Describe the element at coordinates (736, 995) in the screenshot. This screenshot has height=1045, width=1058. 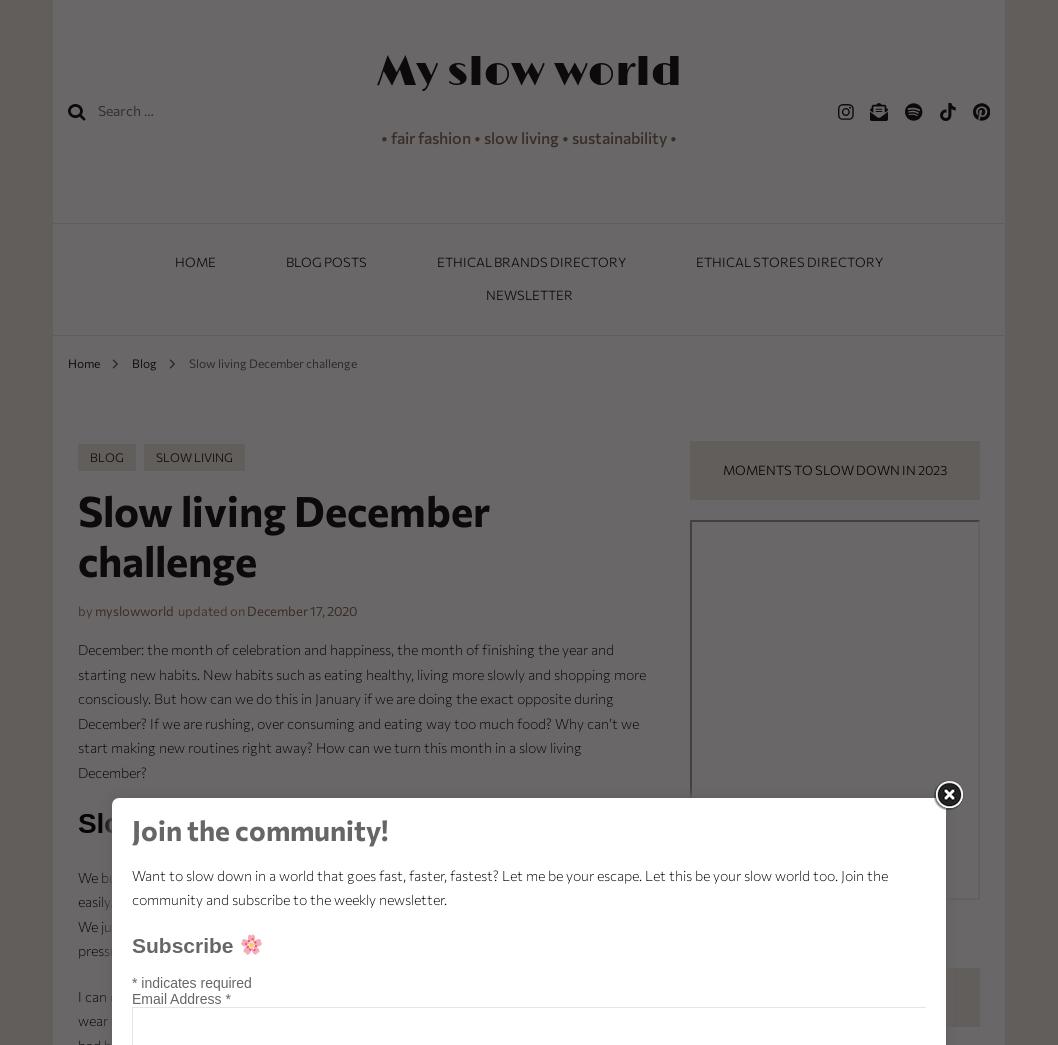
I see `'Sign up for the newsletter'` at that location.